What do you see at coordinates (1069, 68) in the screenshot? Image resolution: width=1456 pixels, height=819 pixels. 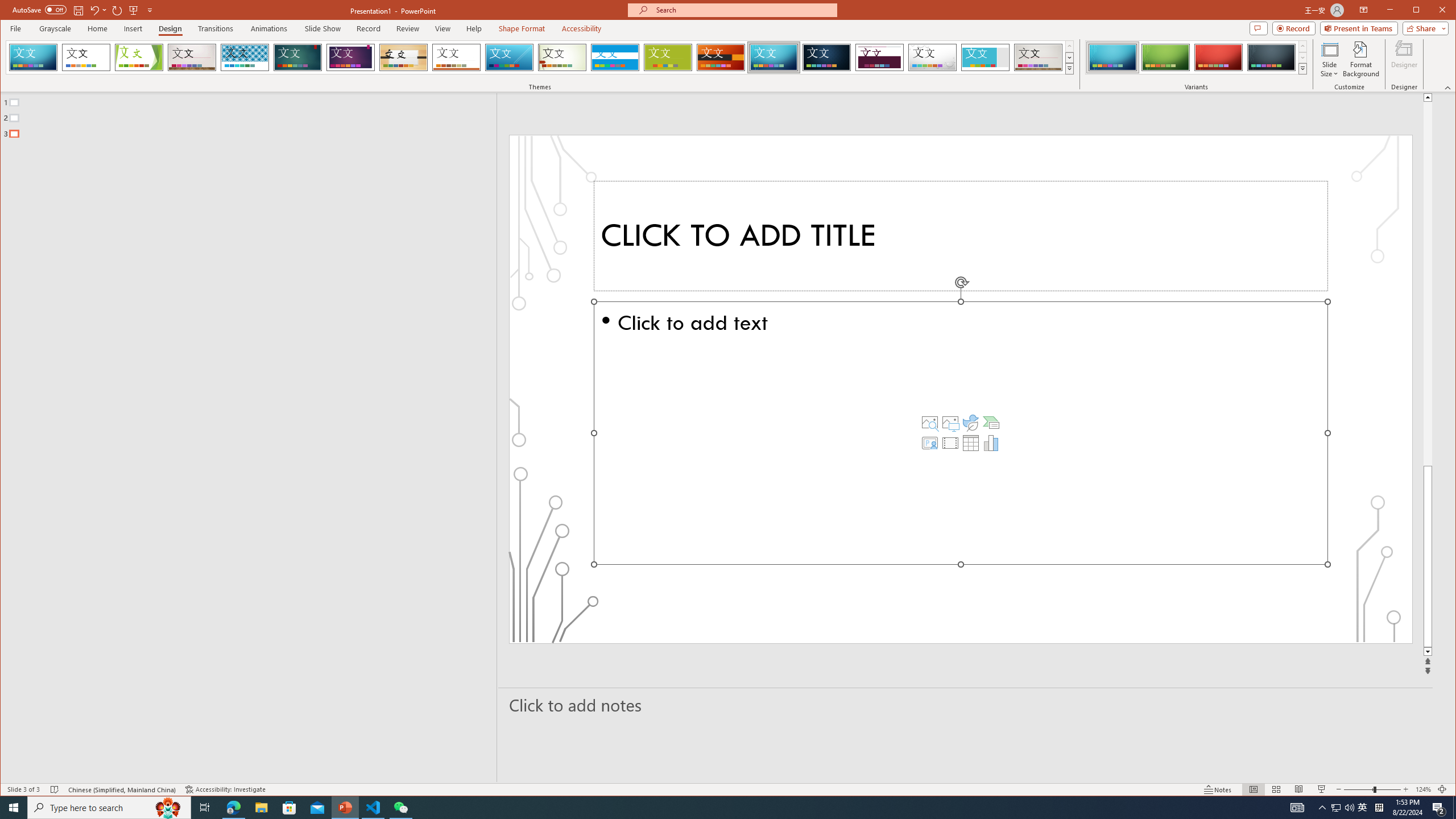 I see `'Themes'` at bounding box center [1069, 68].